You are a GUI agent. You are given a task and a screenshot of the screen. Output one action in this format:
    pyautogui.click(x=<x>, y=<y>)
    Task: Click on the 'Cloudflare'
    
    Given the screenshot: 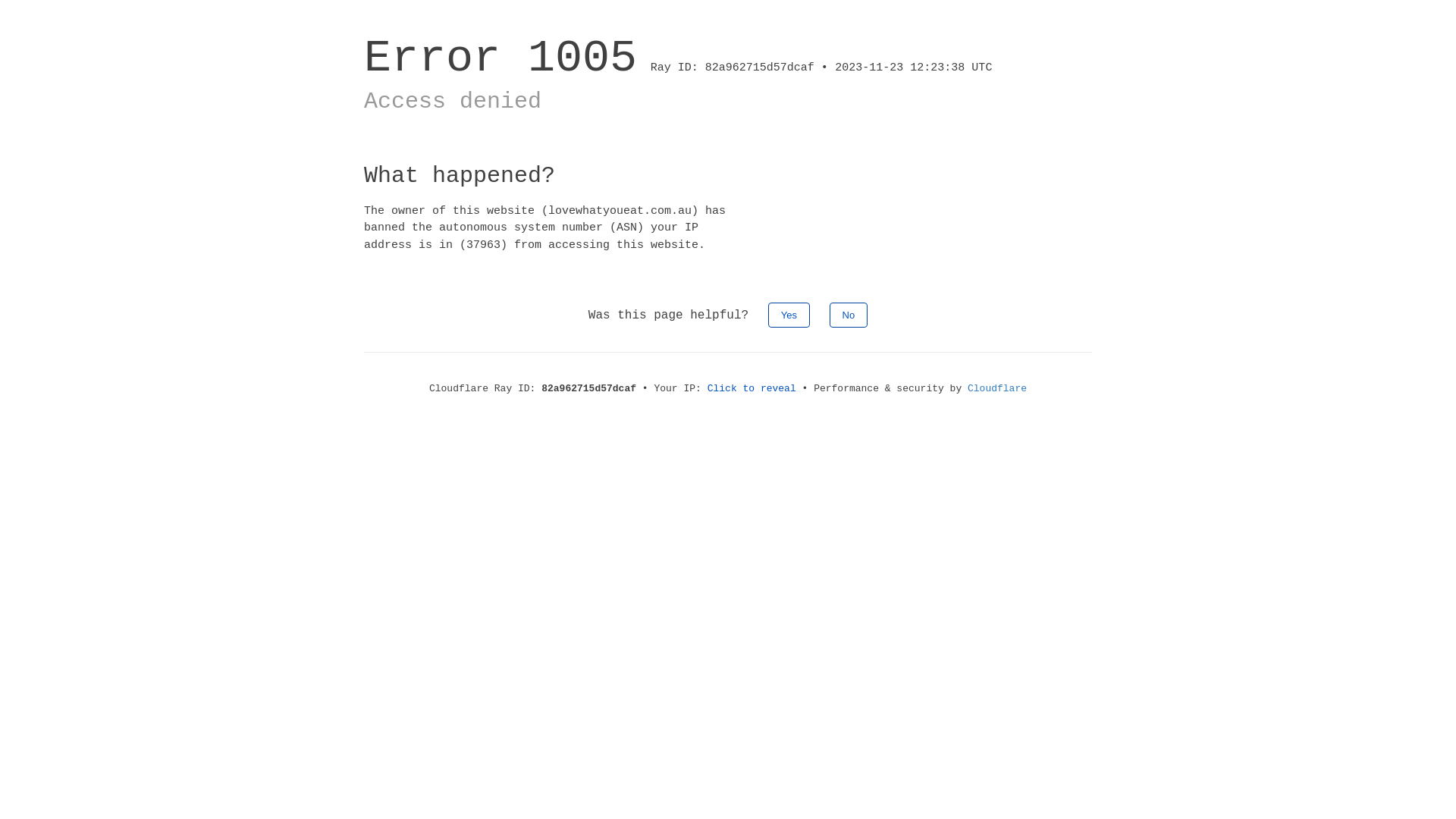 What is the action you would take?
    pyautogui.click(x=997, y=388)
    